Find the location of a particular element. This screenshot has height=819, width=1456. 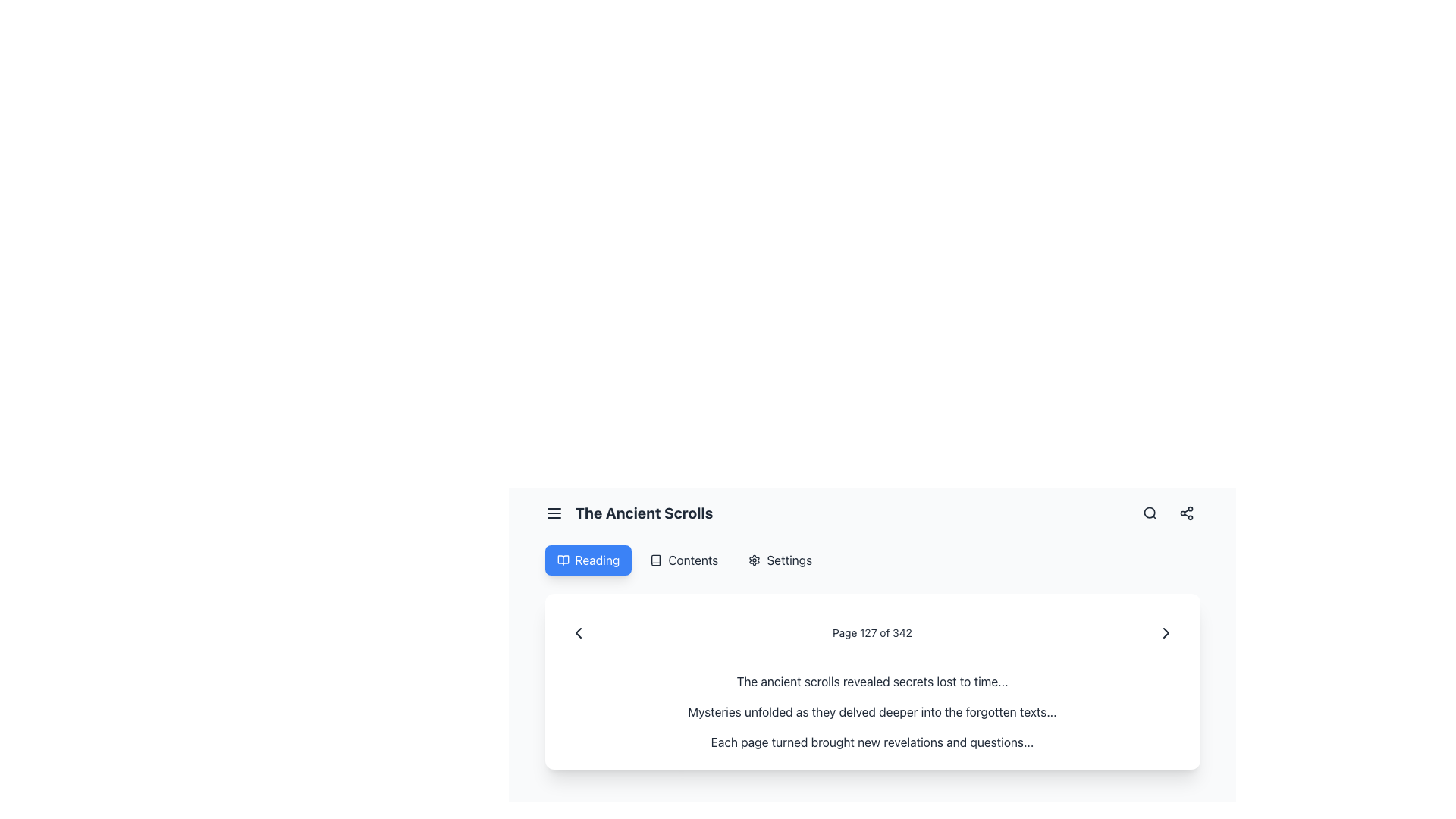

the informational text label that displays the current page number and total number of pages, located between the navigation buttons with chevron icons is located at coordinates (872, 632).